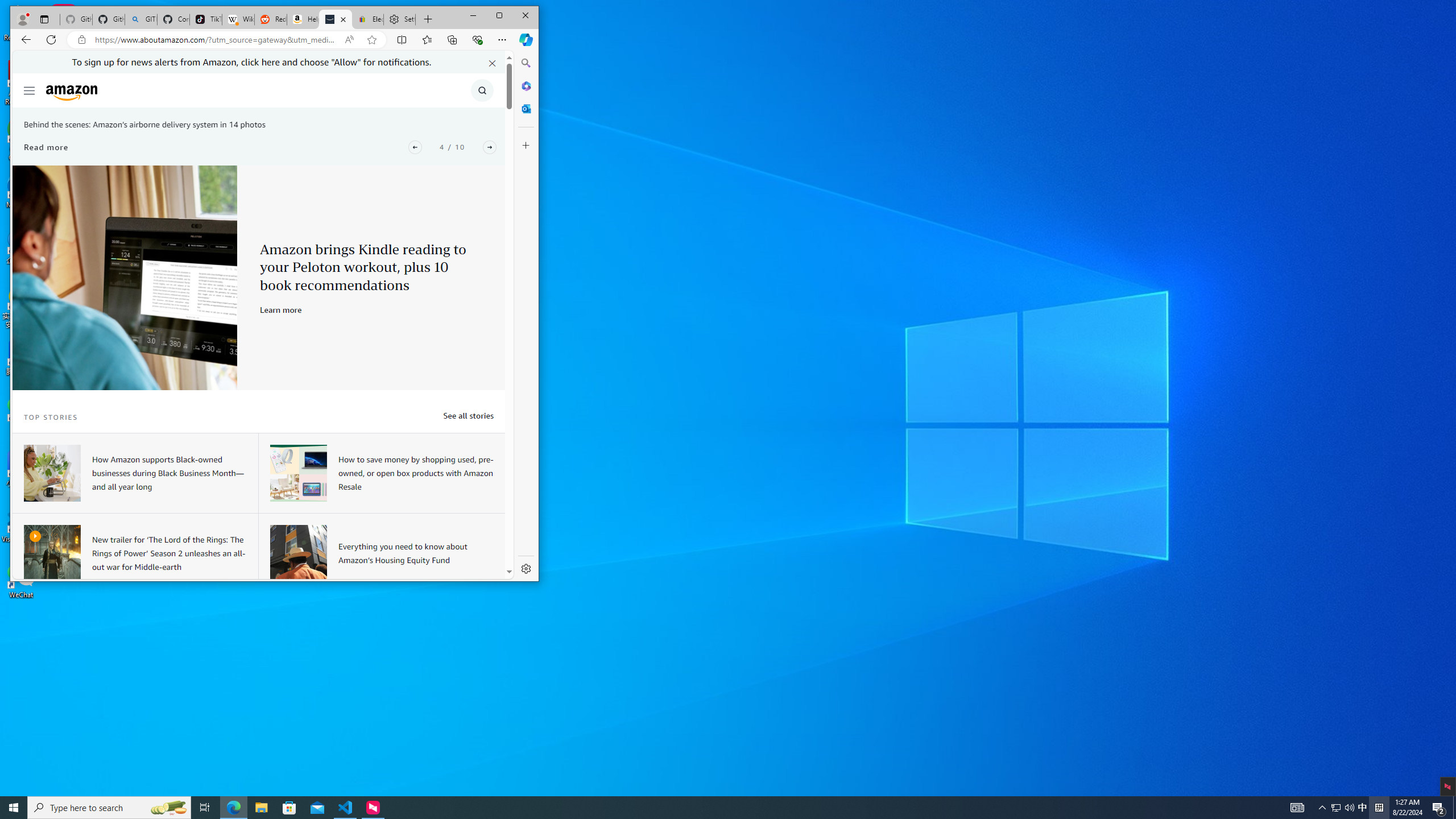  Describe the element at coordinates (1322, 806) in the screenshot. I see `'Notification Chevron'` at that location.